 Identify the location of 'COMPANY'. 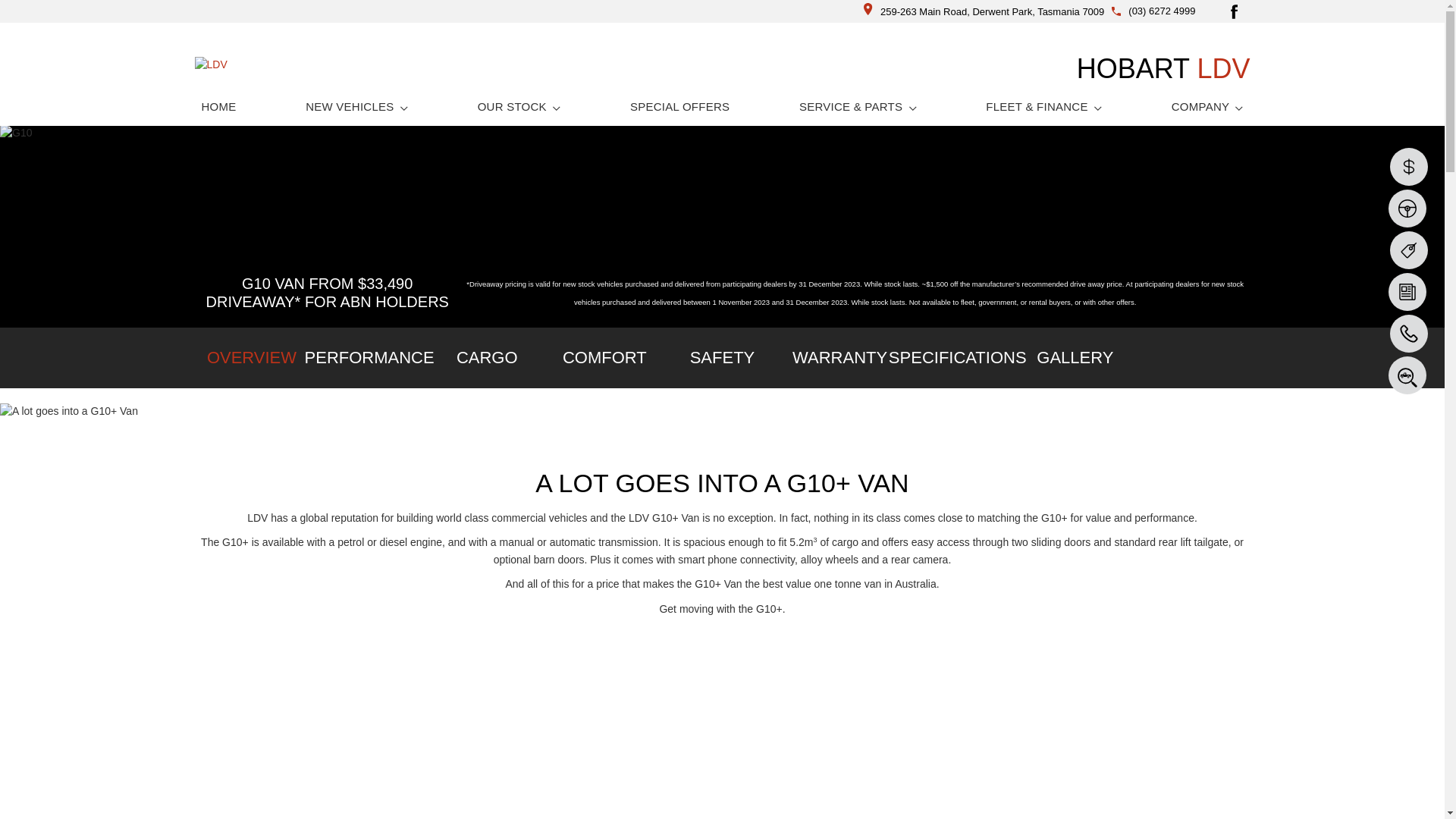
(1207, 105).